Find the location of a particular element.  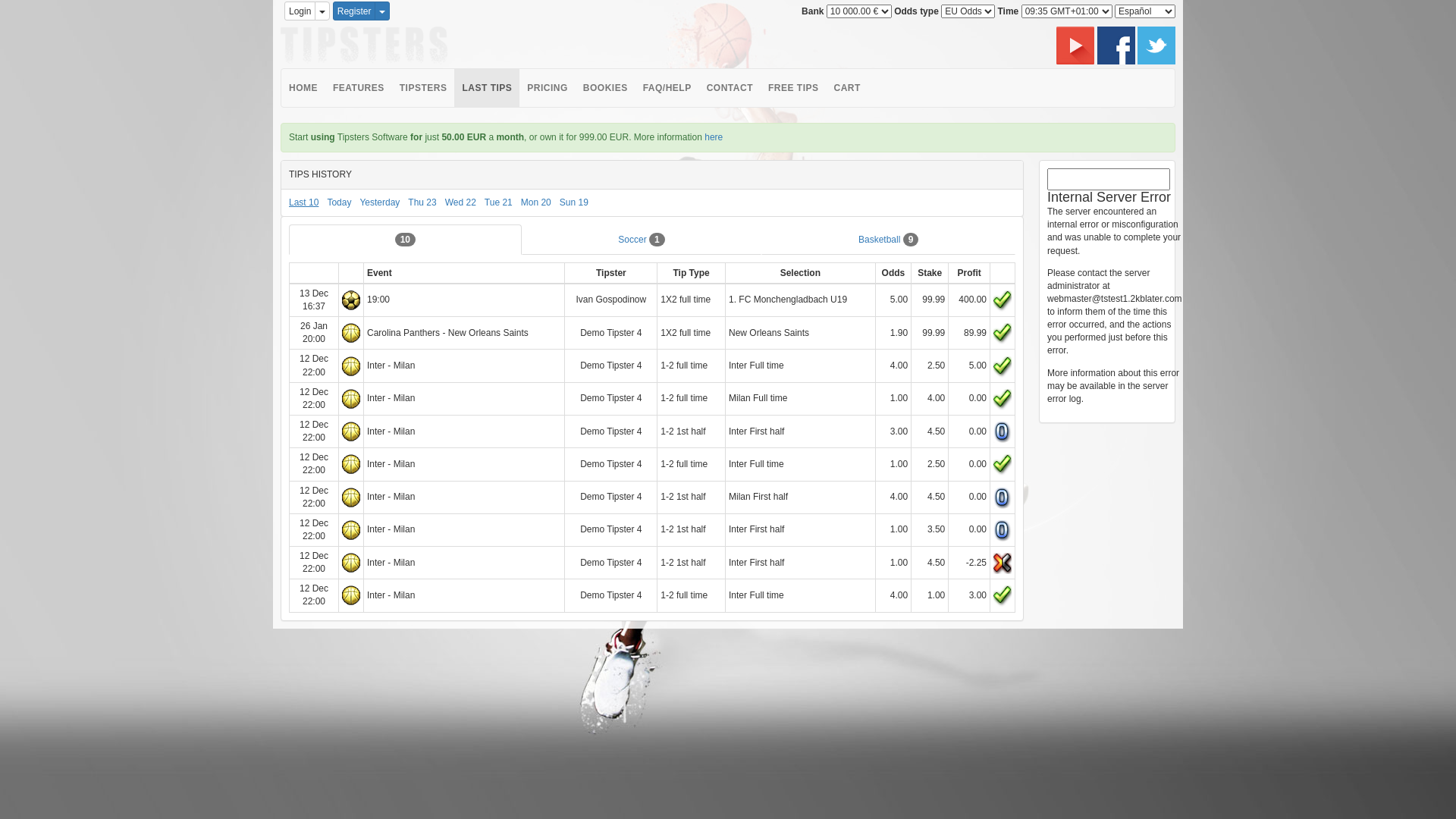

'Yesterday' is located at coordinates (379, 201).